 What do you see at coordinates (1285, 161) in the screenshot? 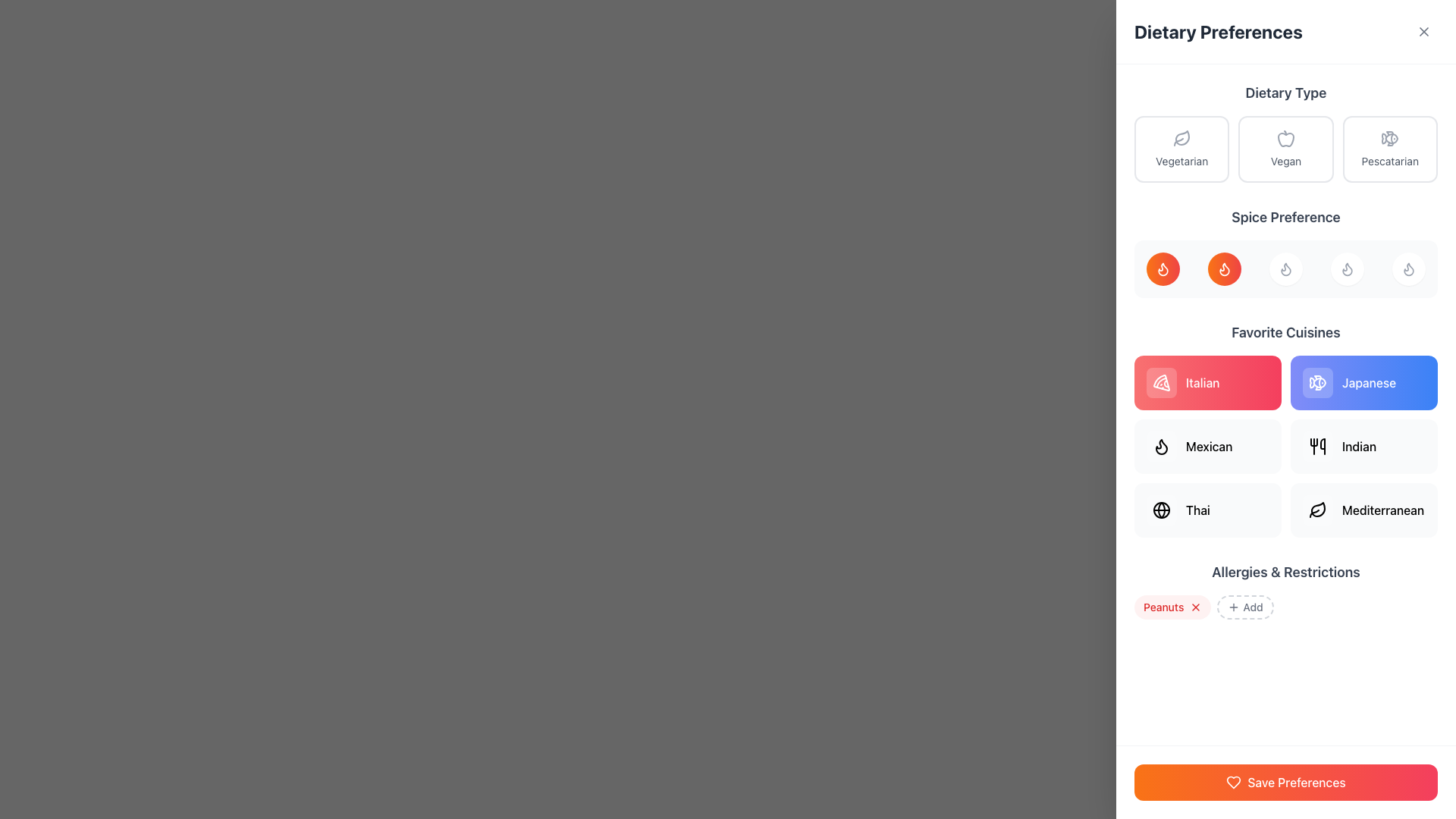
I see `the text label displaying the word 'Vegan' which is part of the 'Dietary Type' category, located below the apple icon` at bounding box center [1285, 161].